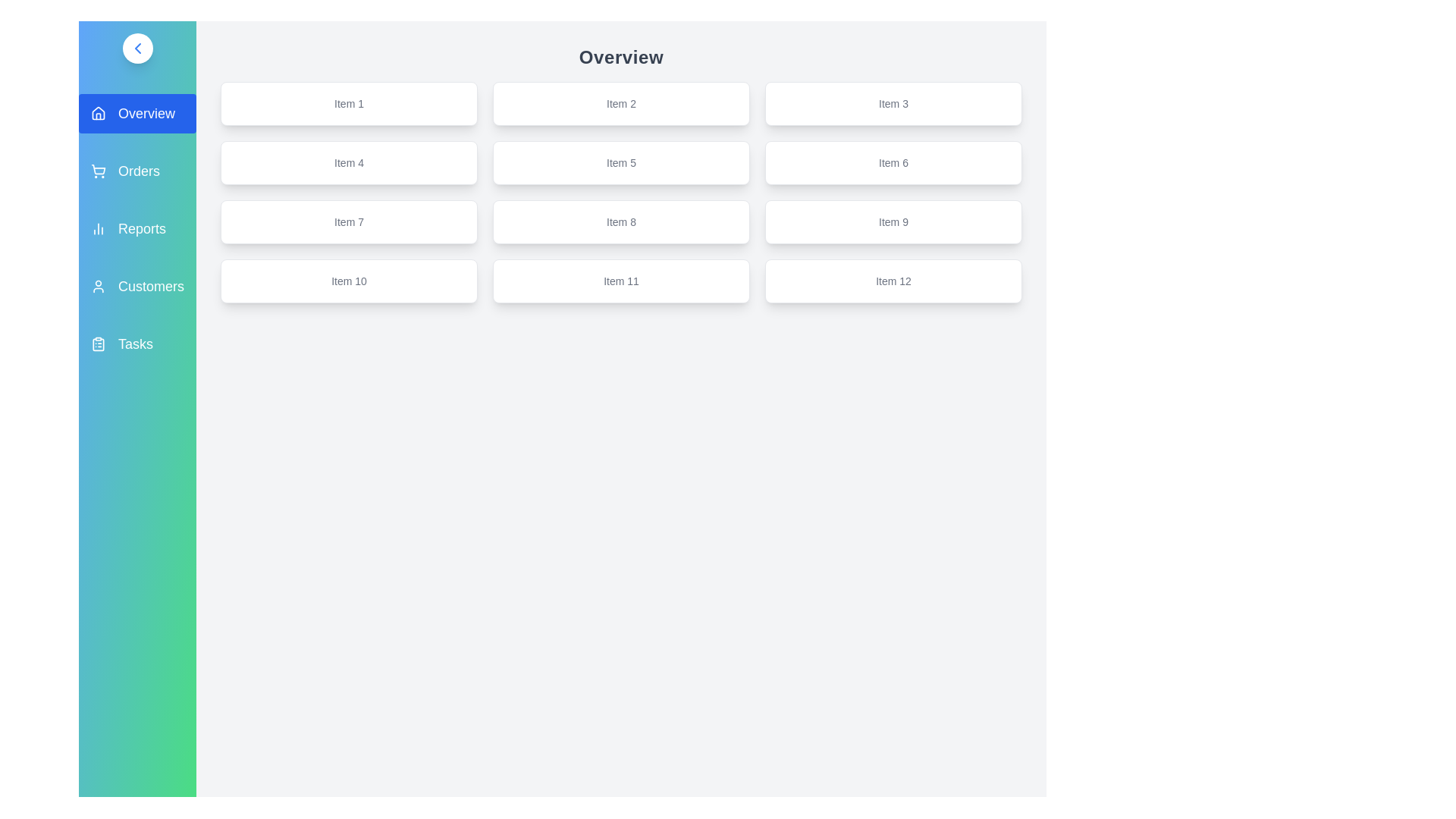 The image size is (1456, 819). What do you see at coordinates (137, 228) in the screenshot?
I see `the sidebar menu item labeled Reports` at bounding box center [137, 228].